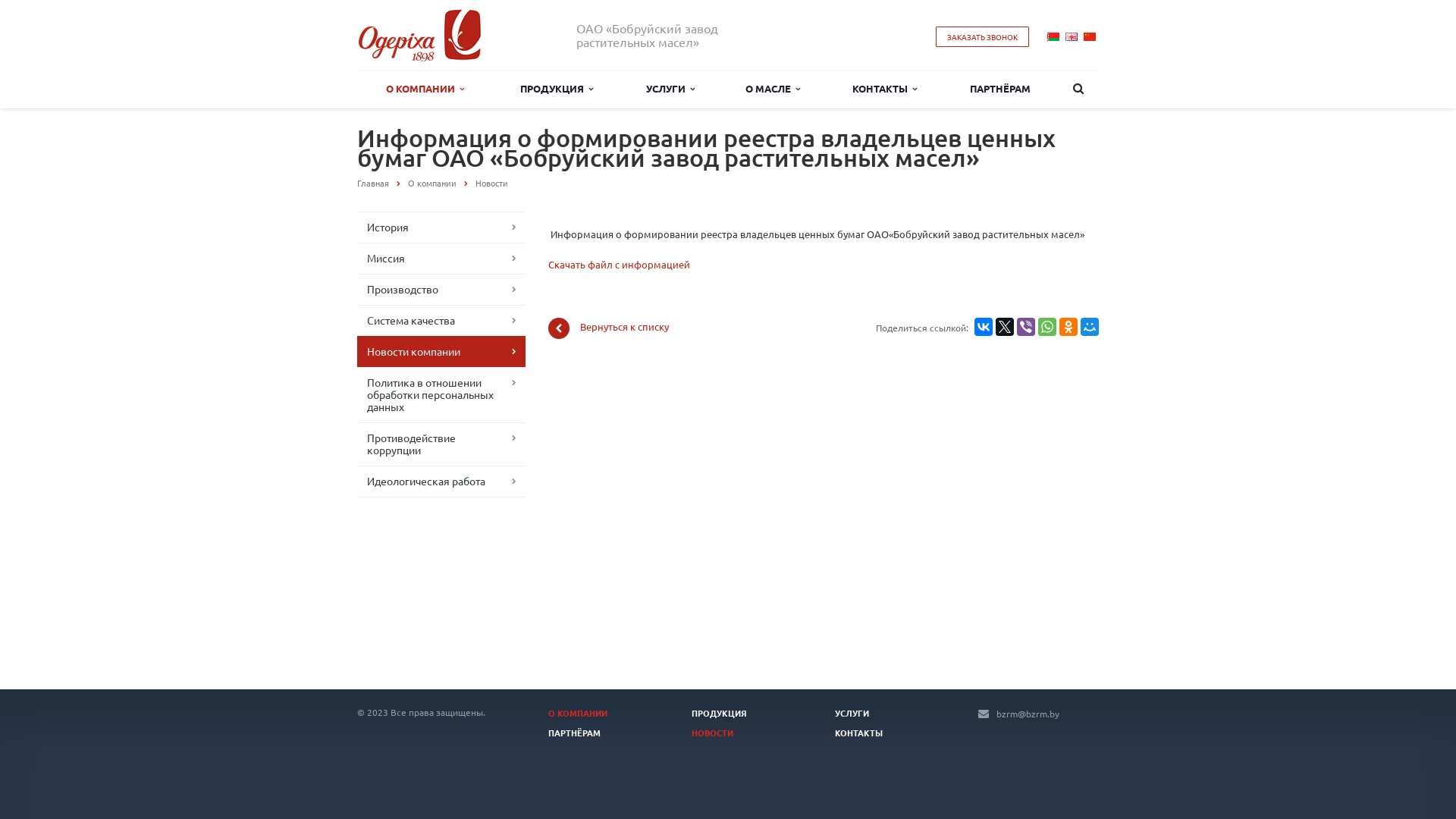 The height and width of the screenshot is (819, 1456). What do you see at coordinates (419, 34) in the screenshot?
I see `'bzrm.by'` at bounding box center [419, 34].